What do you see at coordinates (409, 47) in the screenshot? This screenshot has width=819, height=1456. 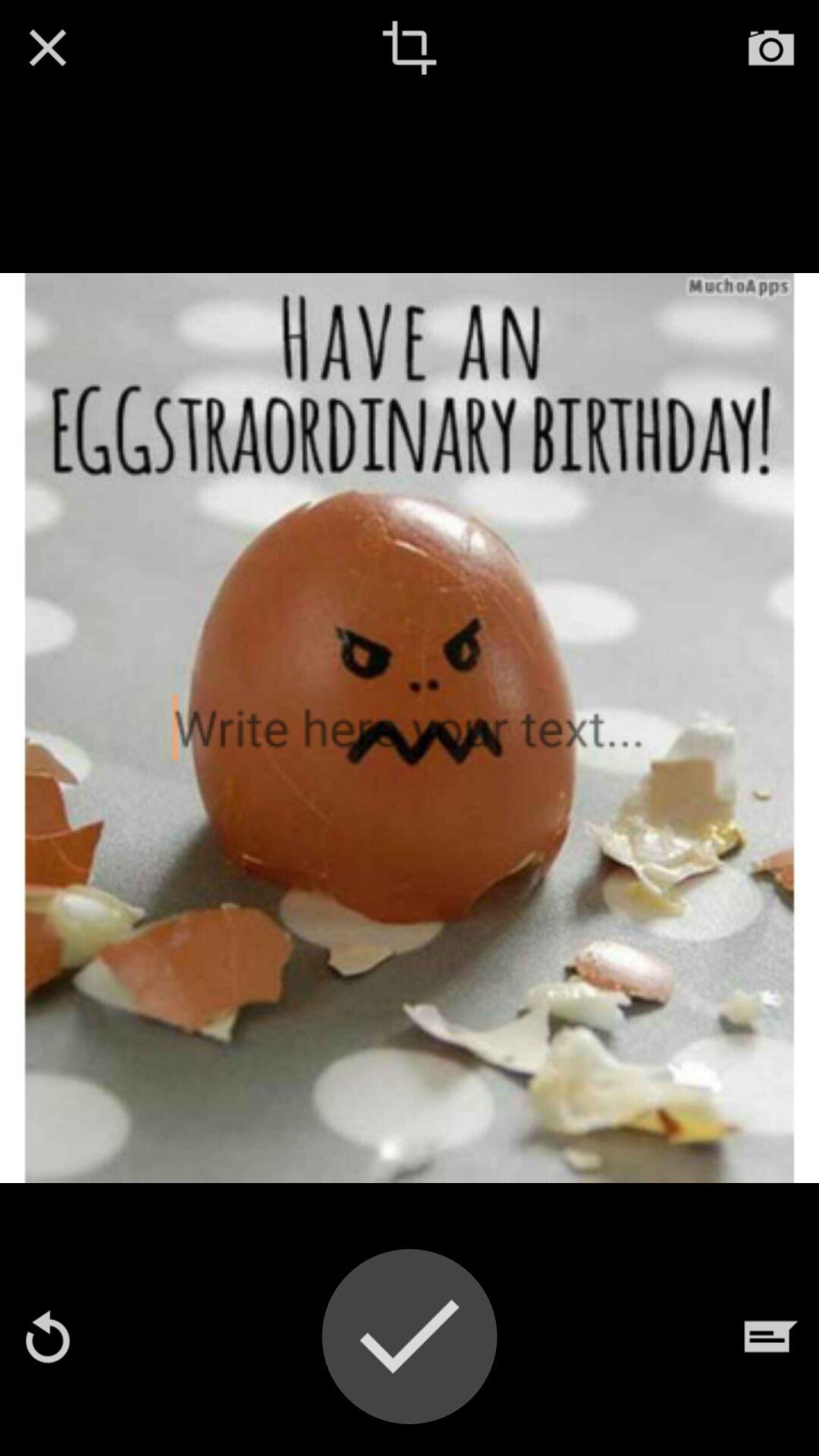 I see `this button in dawn image` at bounding box center [409, 47].